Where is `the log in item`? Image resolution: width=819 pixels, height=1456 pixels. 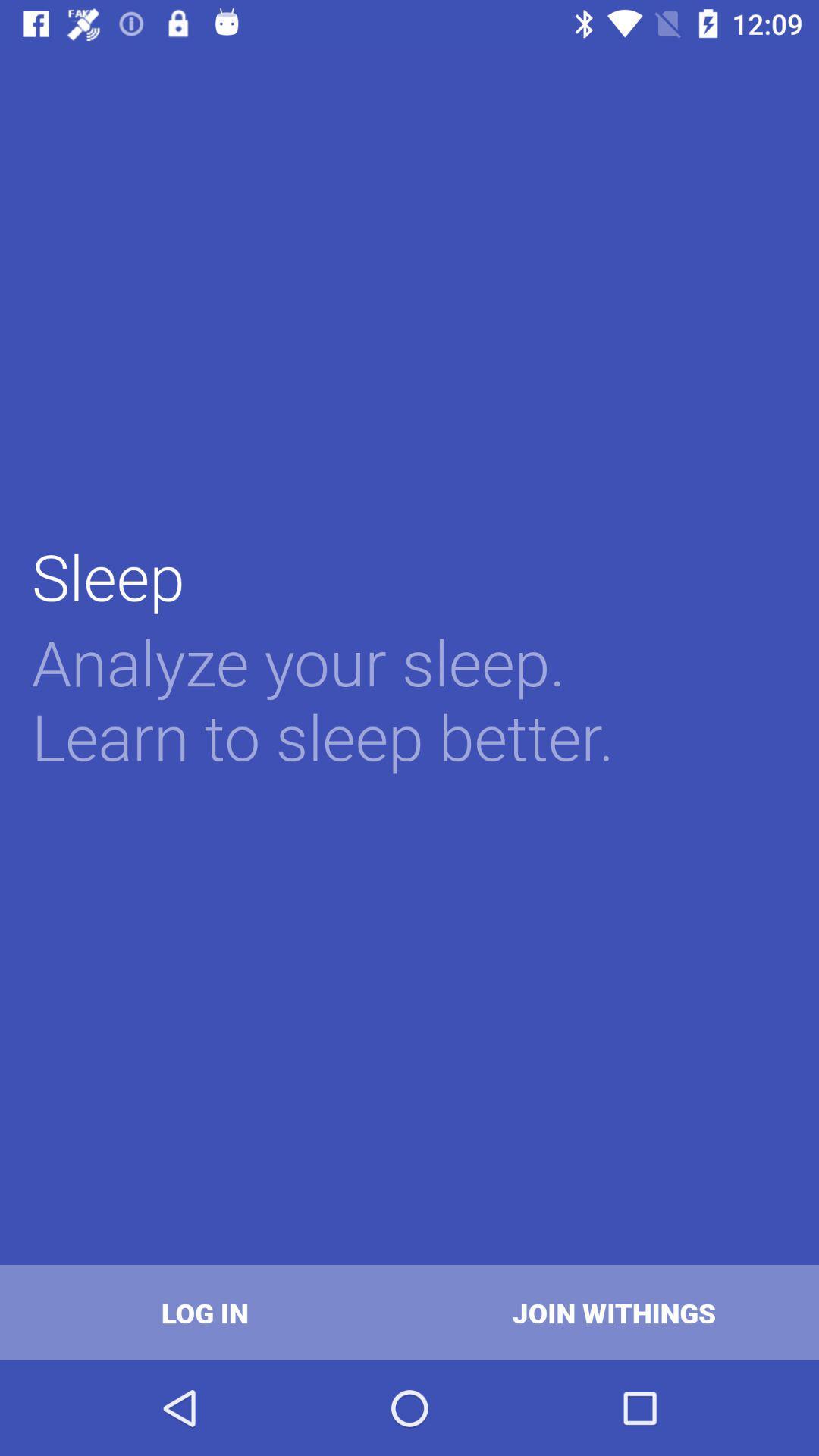 the log in item is located at coordinates (205, 1312).